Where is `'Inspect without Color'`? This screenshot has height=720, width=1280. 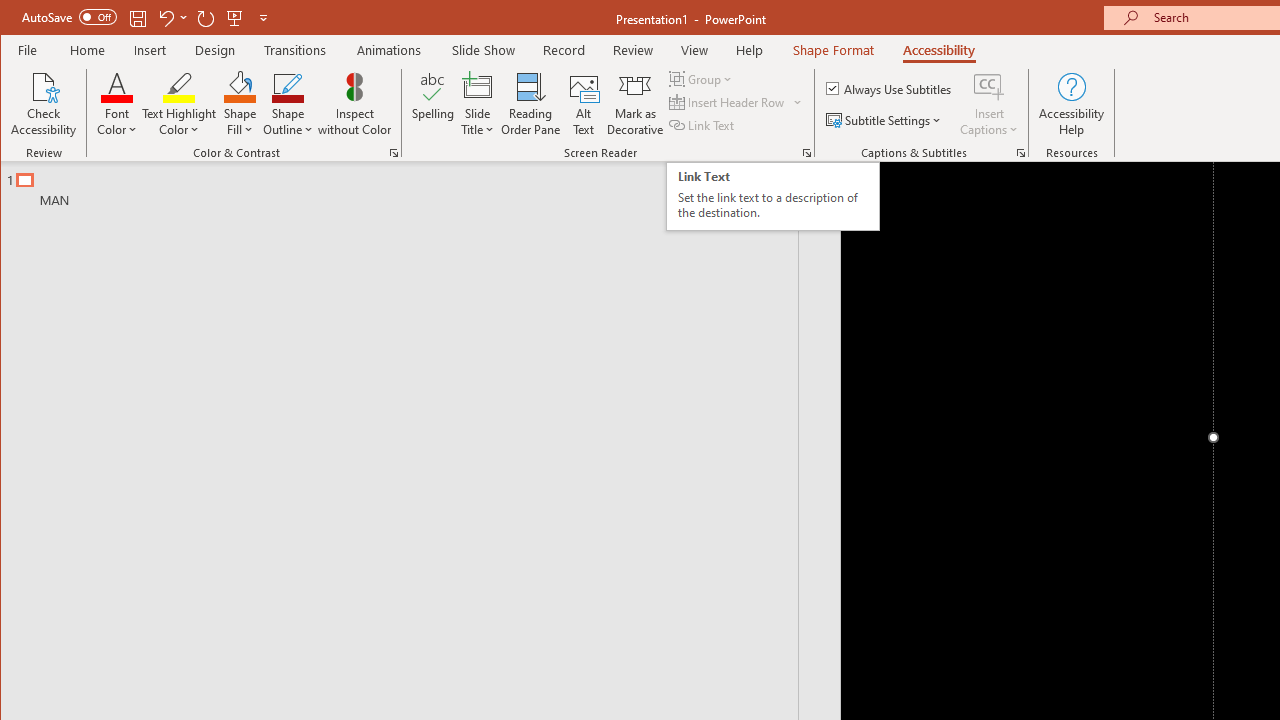 'Inspect without Color' is located at coordinates (355, 104).